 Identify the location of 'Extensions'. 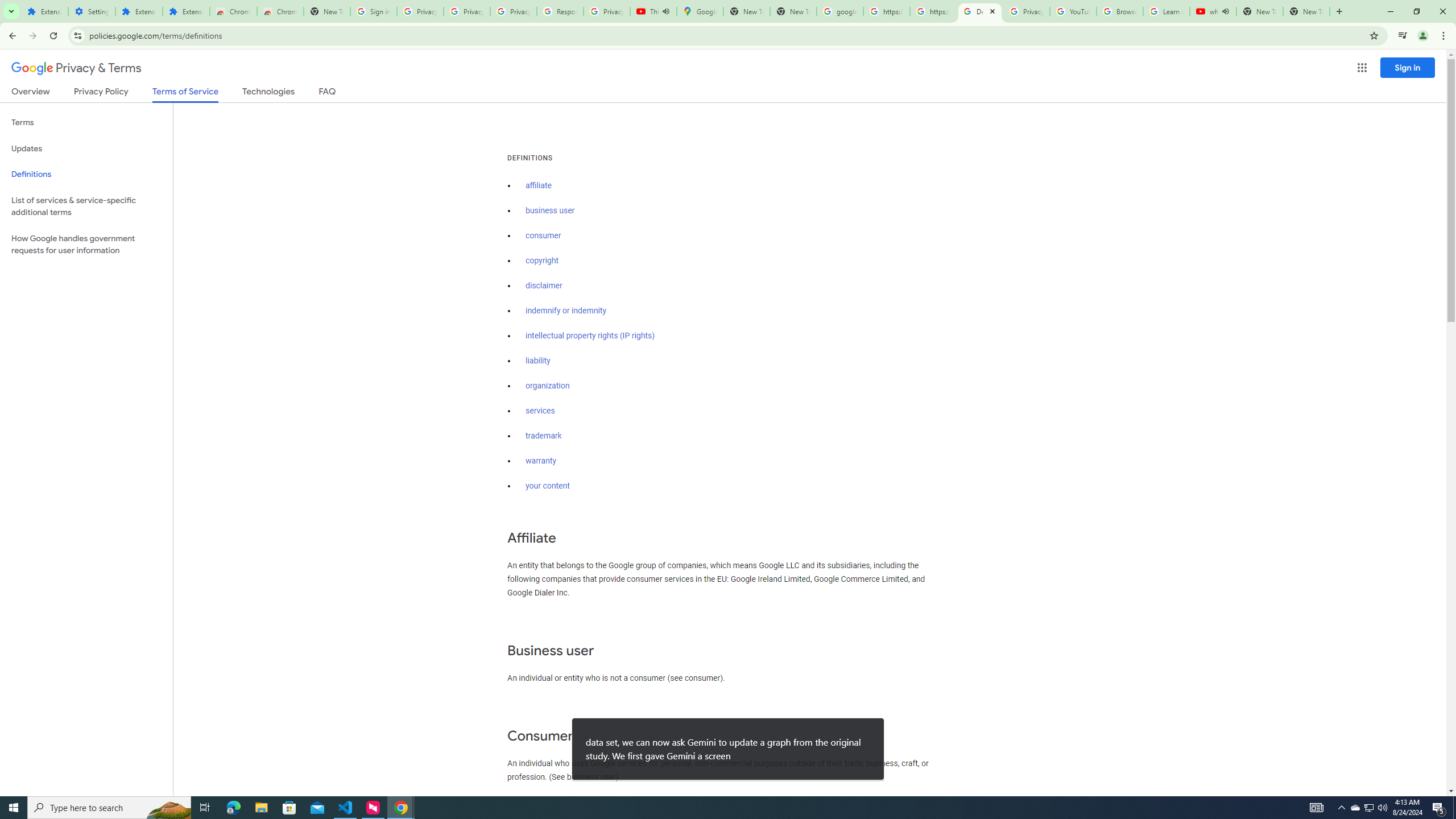
(139, 11).